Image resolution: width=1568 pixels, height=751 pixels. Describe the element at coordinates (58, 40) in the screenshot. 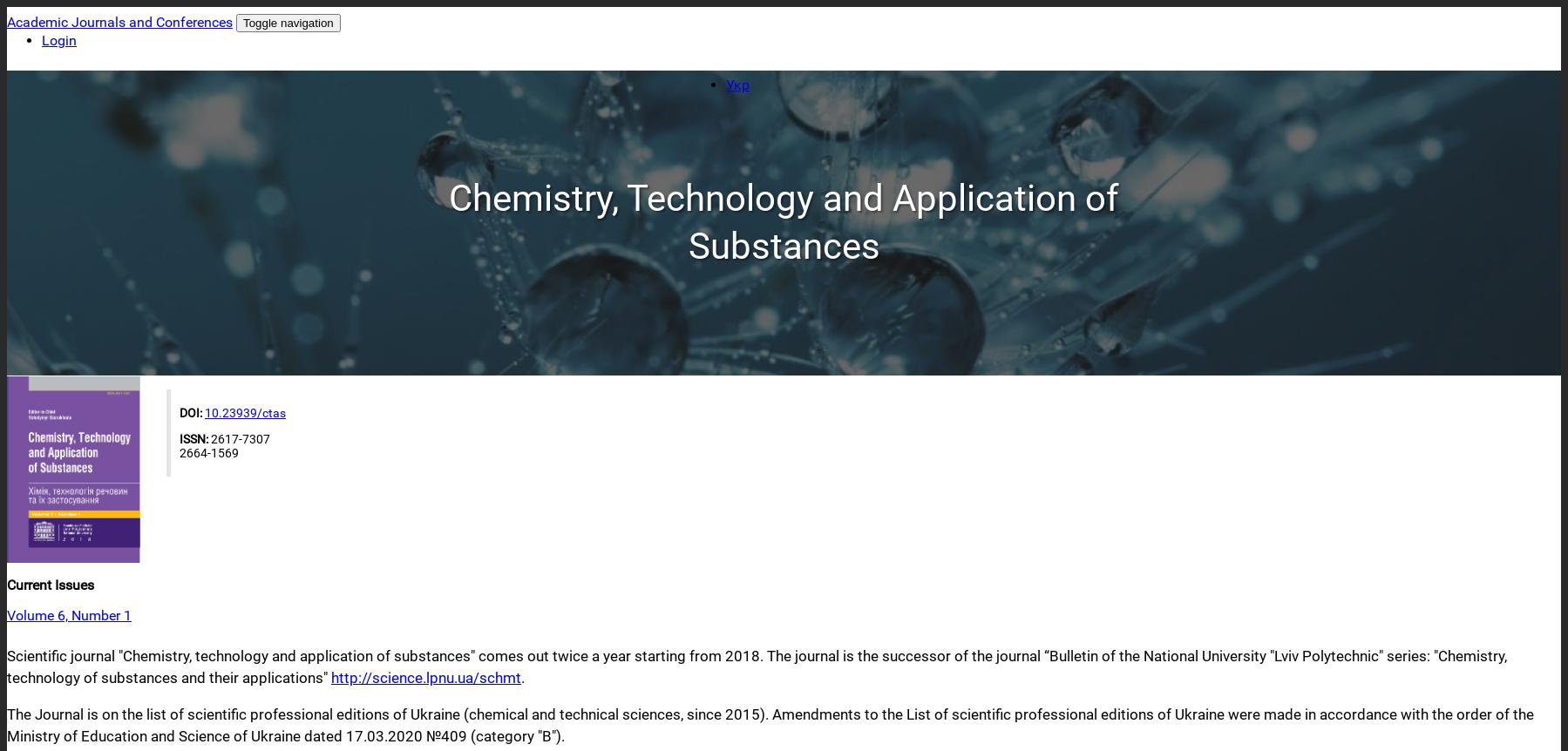

I see `'Login'` at that location.